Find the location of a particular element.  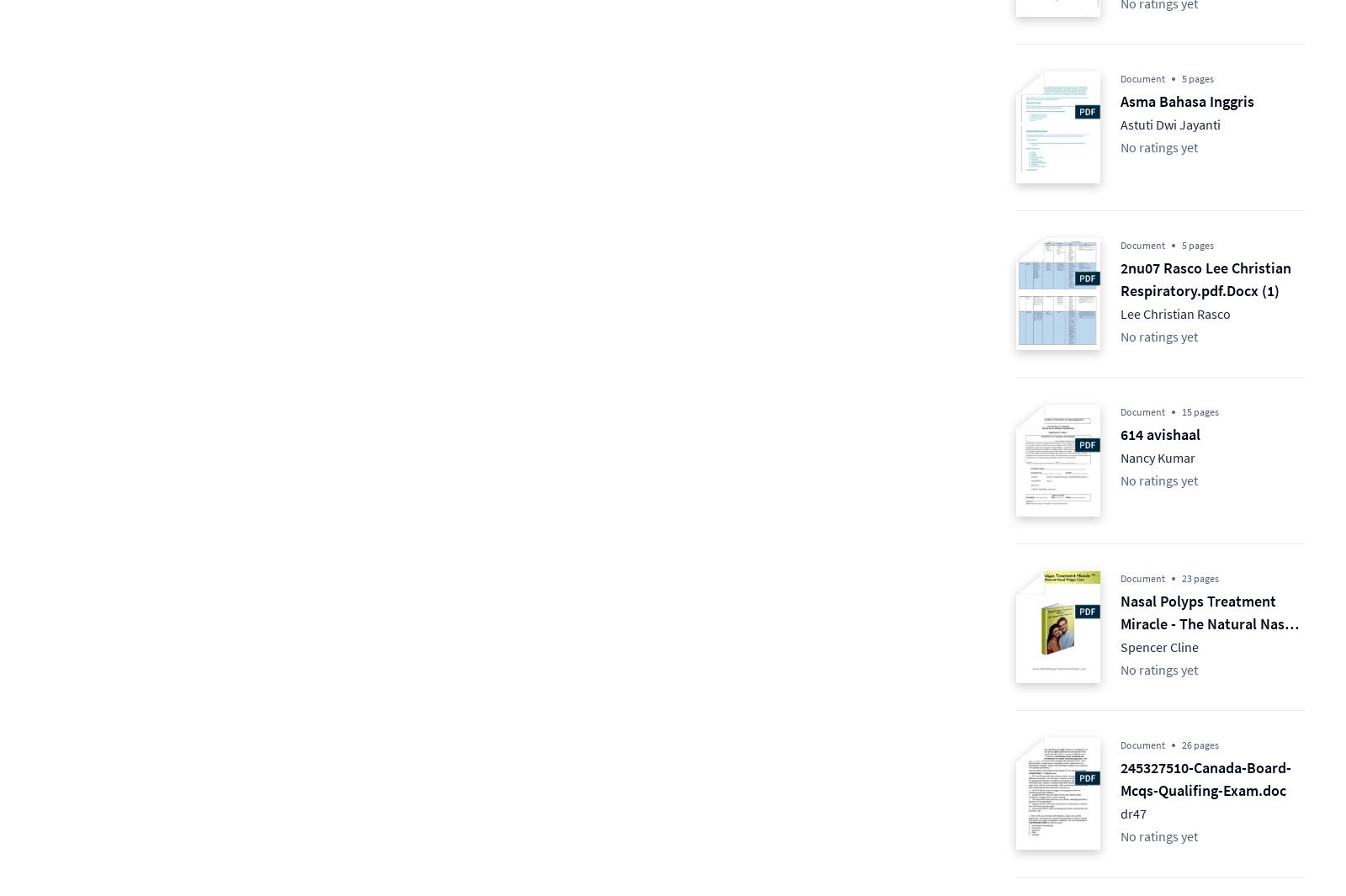

'Spencer Cline' is located at coordinates (1158, 647).